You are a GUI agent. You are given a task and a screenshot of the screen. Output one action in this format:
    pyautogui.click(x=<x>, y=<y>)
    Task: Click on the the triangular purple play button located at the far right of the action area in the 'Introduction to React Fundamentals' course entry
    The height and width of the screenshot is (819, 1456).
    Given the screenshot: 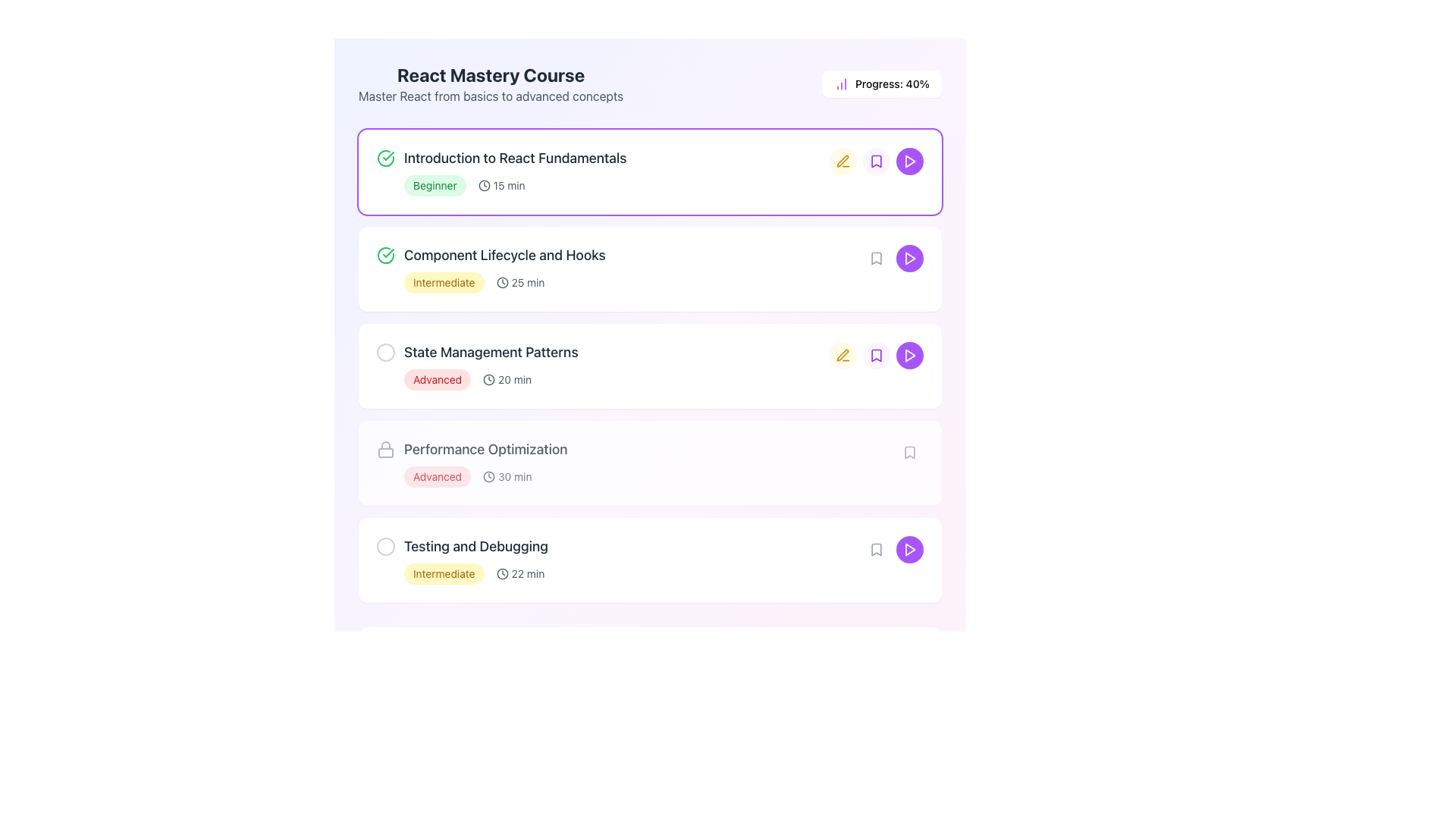 What is the action you would take?
    pyautogui.click(x=910, y=161)
    